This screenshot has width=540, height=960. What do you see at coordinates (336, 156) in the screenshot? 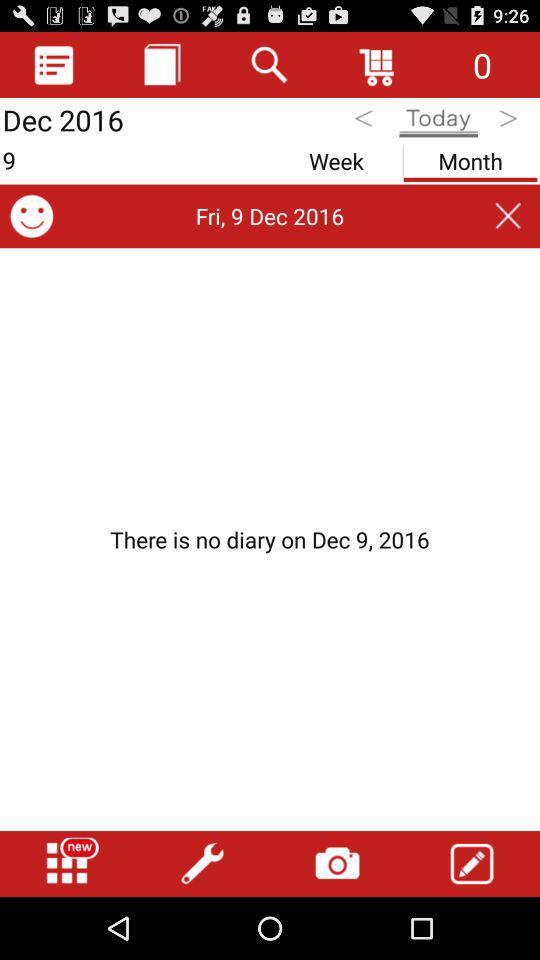
I see `app next to 9 item` at bounding box center [336, 156].